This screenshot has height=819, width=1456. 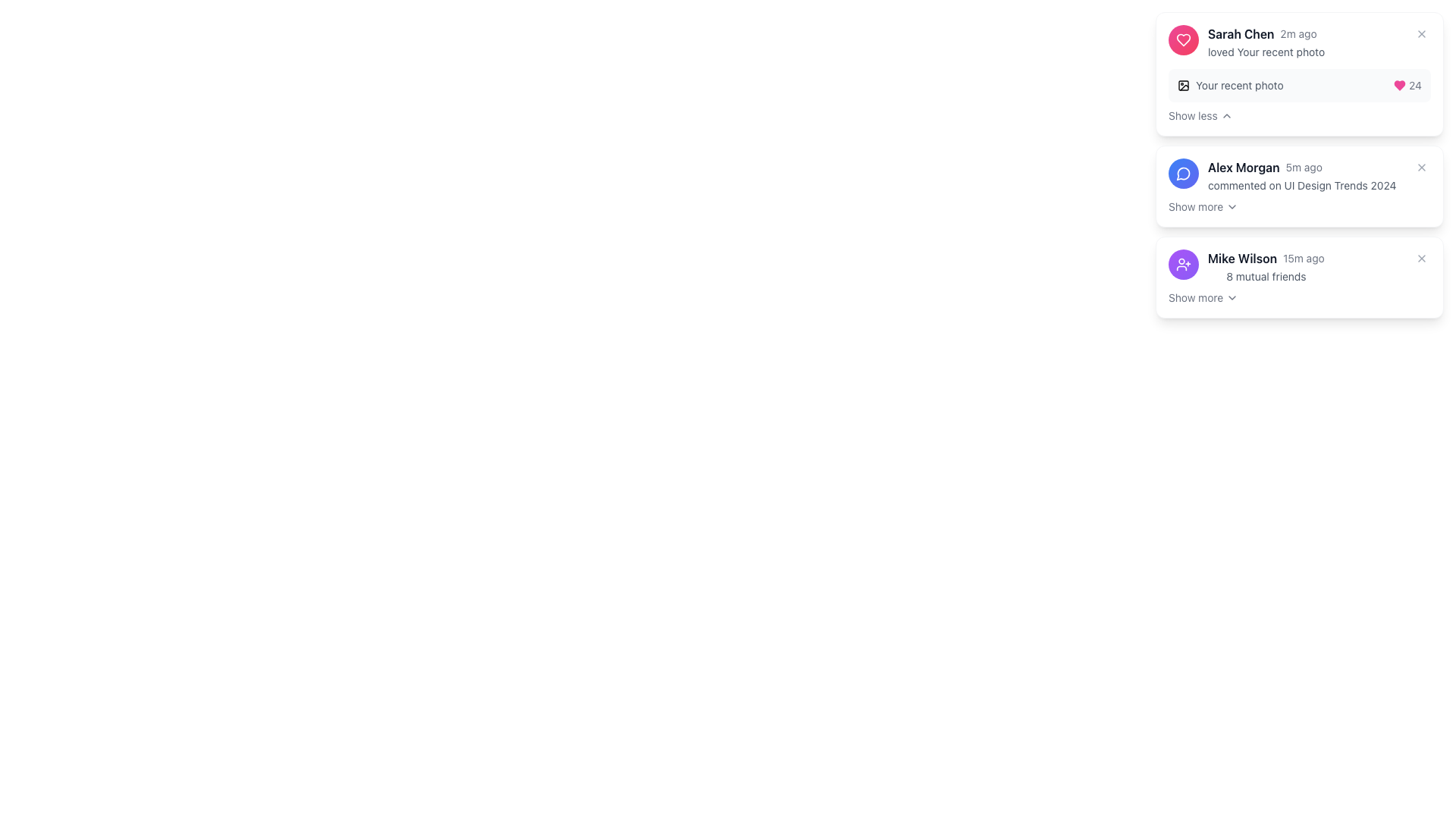 What do you see at coordinates (1298, 85) in the screenshot?
I see `the displayed information in the Inline information display located under the user 'Sarah Chen', which shows the text 'Your recent photo' and includes a heart icon with a count of '24'` at bounding box center [1298, 85].